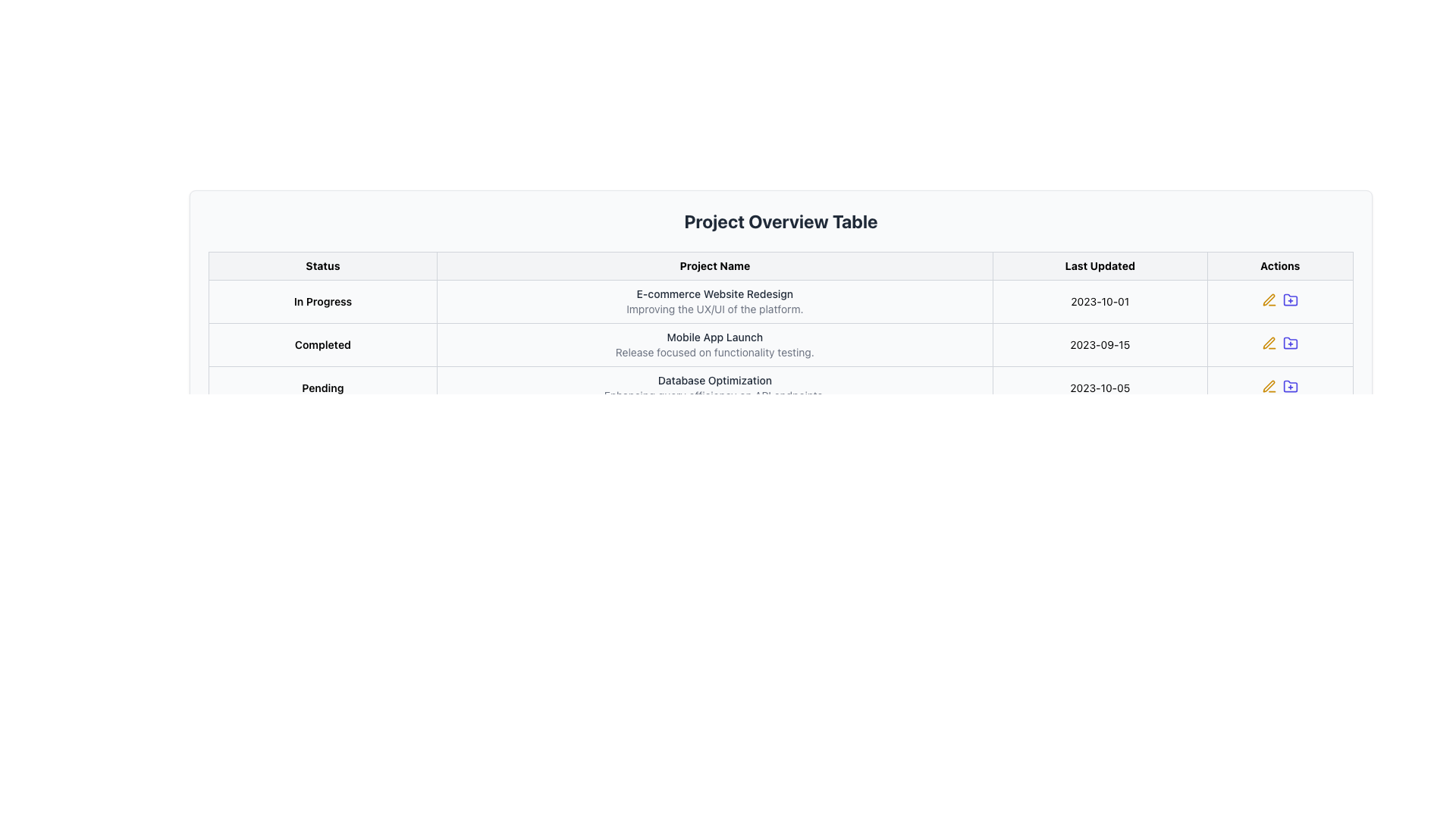 The width and height of the screenshot is (1456, 819). Describe the element at coordinates (1100, 265) in the screenshot. I see `text of the Table Header that indicates the last update time for entries, located as the third cell from the left in the header row of the table` at that location.